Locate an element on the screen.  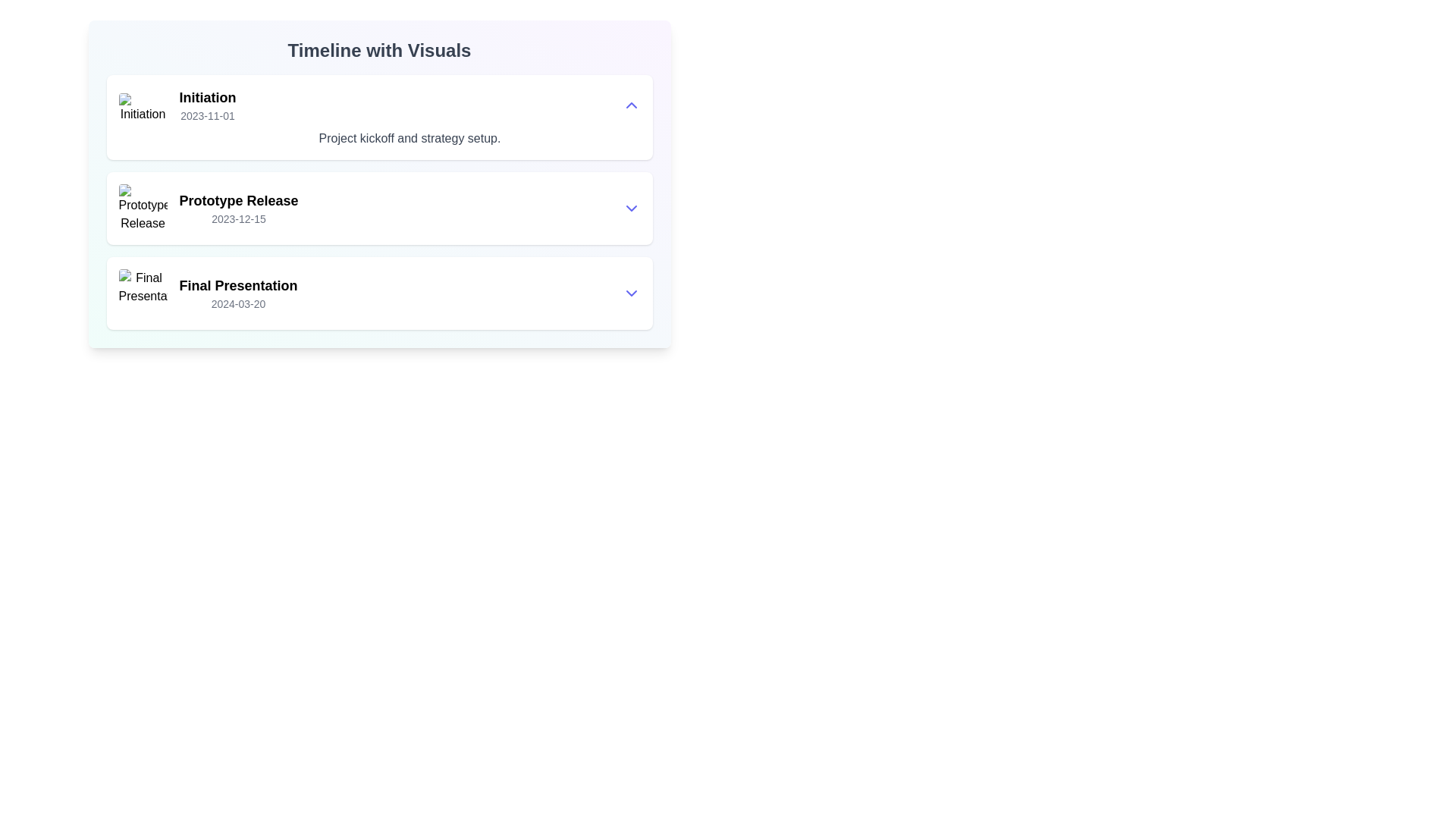
to interact with the 'Prototype Release' milestone entry in the timeline, which features a bold title and a date below it is located at coordinates (379, 201).